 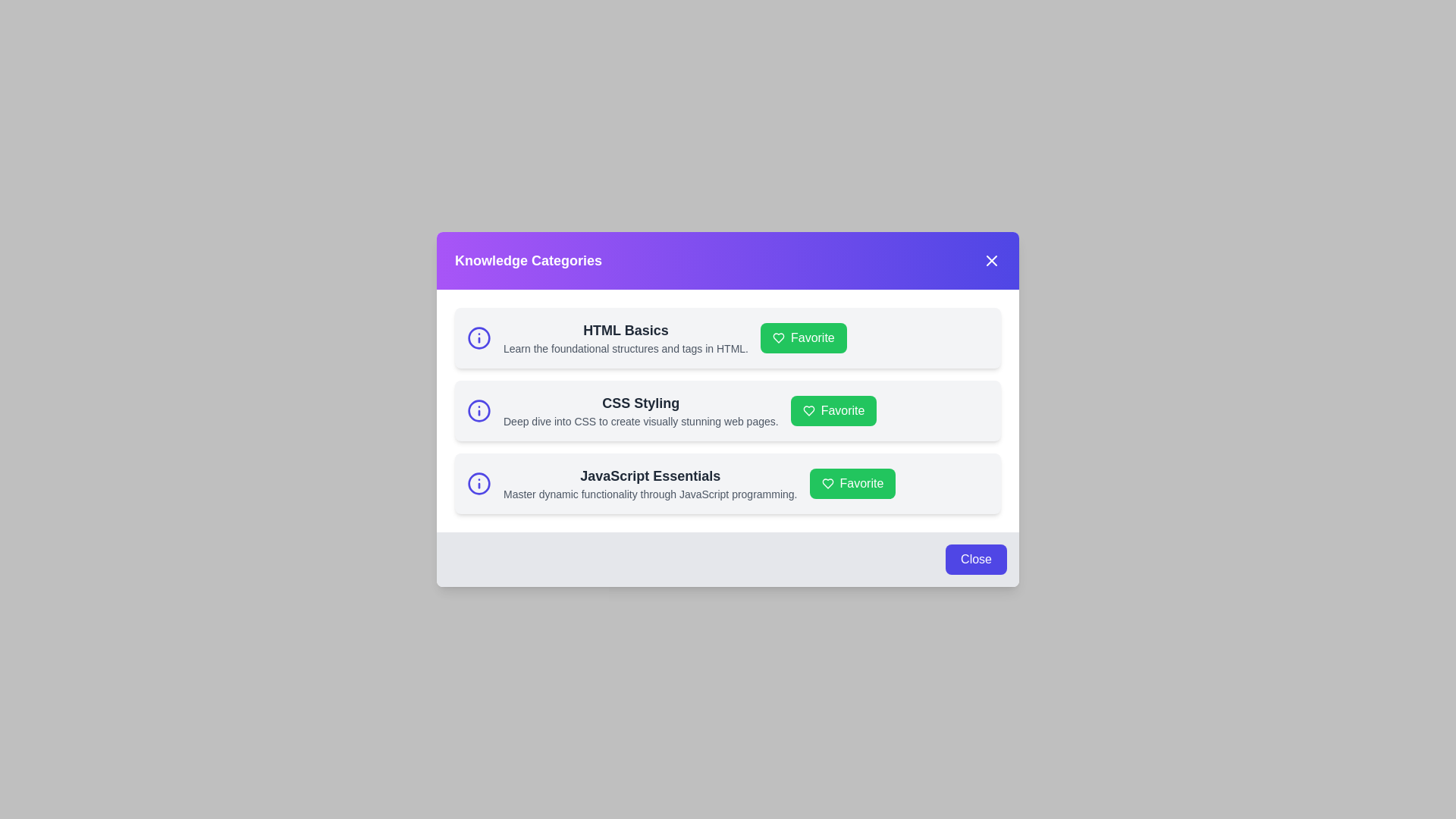 What do you see at coordinates (641, 421) in the screenshot?
I see `the text element providing a brief description of the 'CSS Styling' category, located below the 'CSS Styling' heading and above the green 'Favorite' button in the central category list` at bounding box center [641, 421].